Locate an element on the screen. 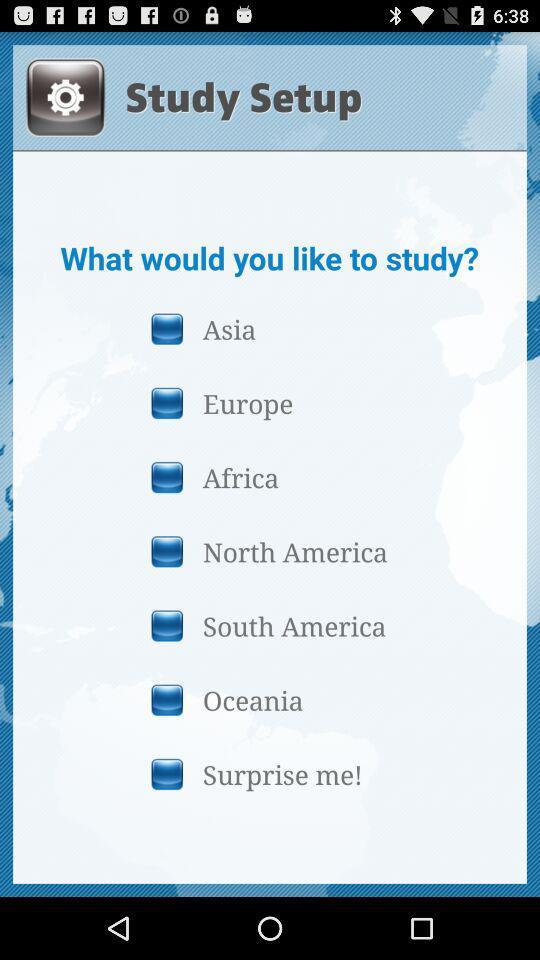 This screenshot has width=540, height=960. the button above north america is located at coordinates (269, 477).